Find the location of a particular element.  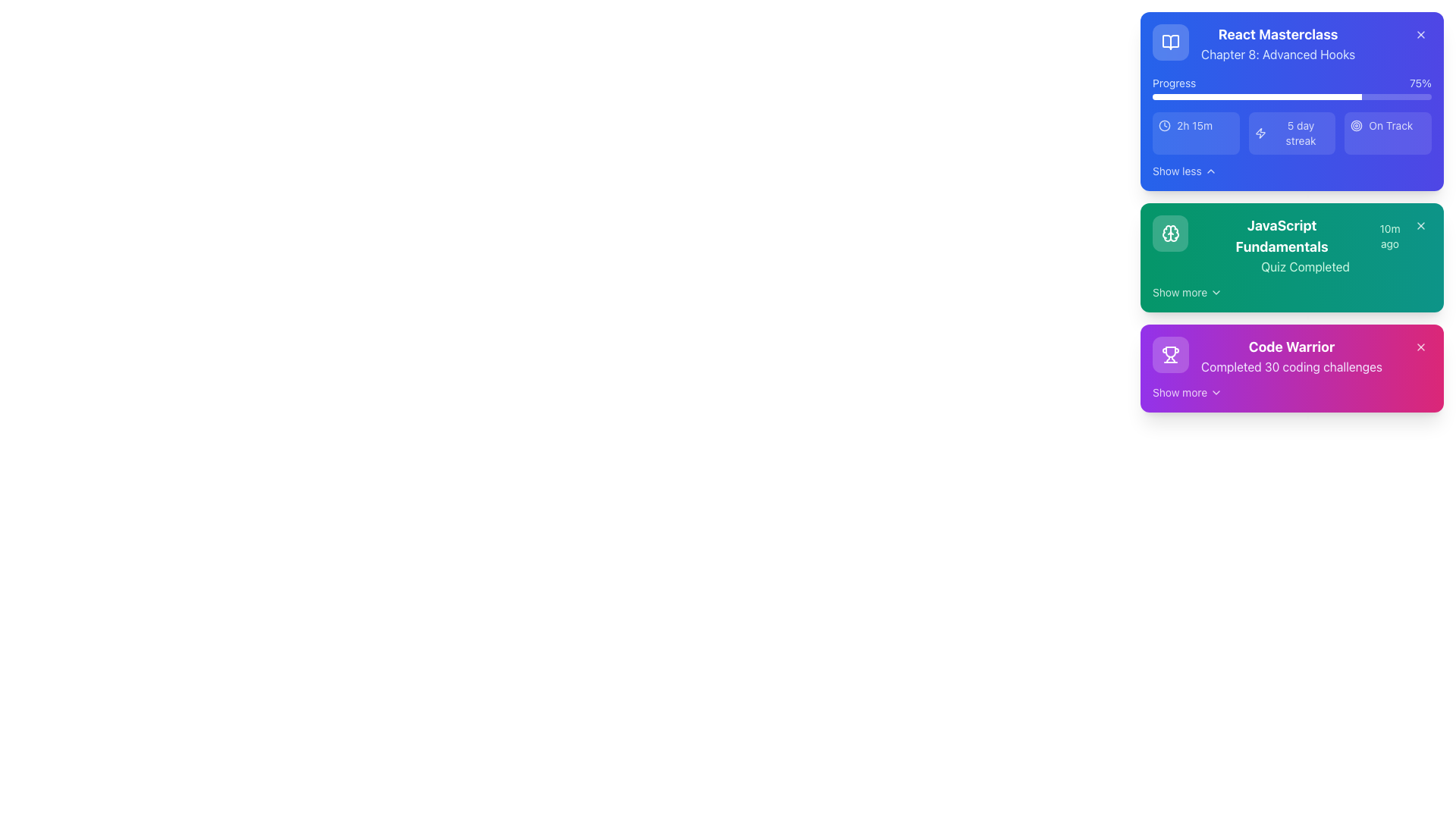

the compact, rounded square icon with a white brain symbol in the center, located within the green card labeled 'JavaScript Fundamentals' on the right side of the interface is located at coordinates (1169, 234).